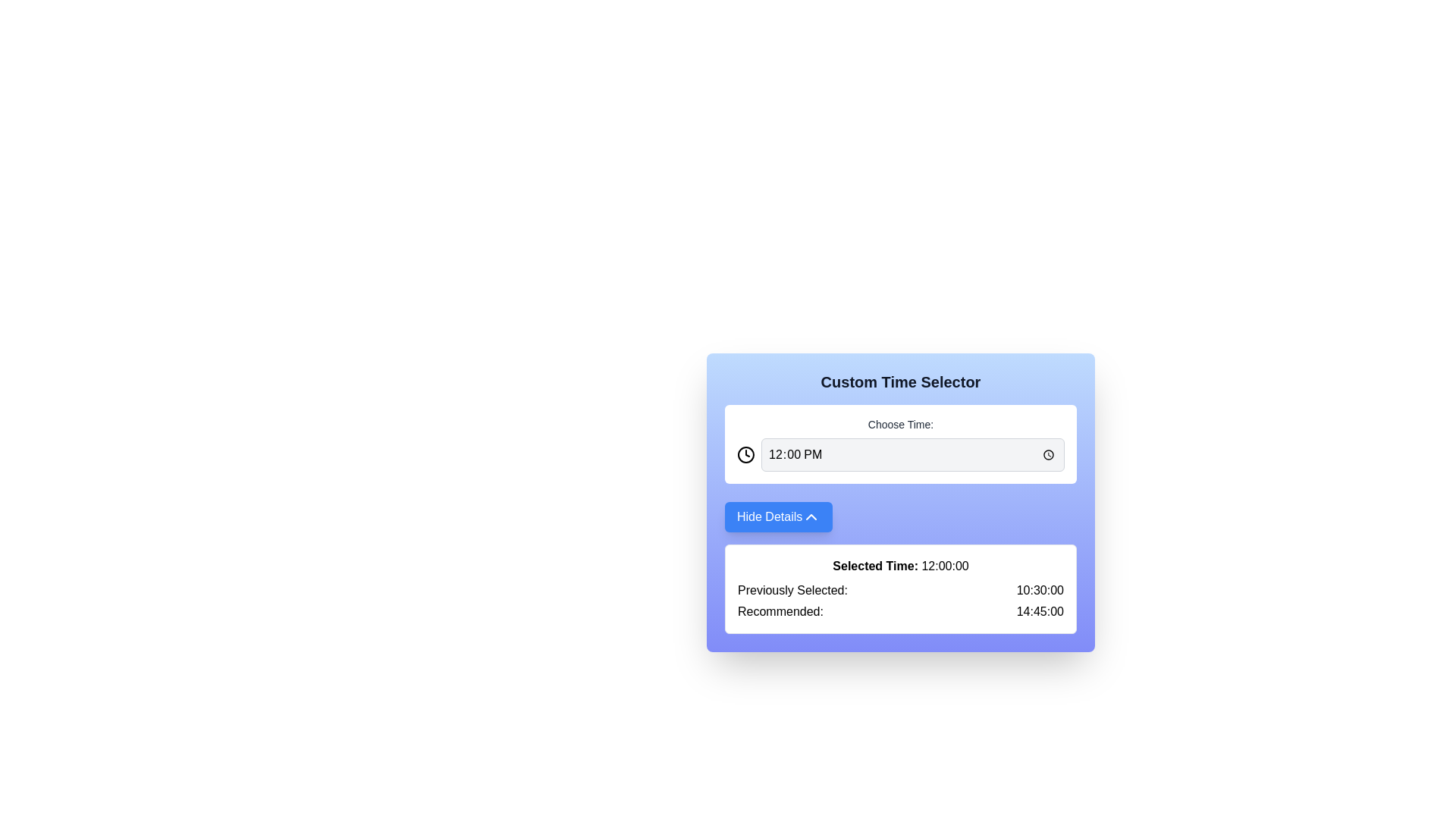 This screenshot has height=819, width=1456. Describe the element at coordinates (912, 454) in the screenshot. I see `the time field` at that location.